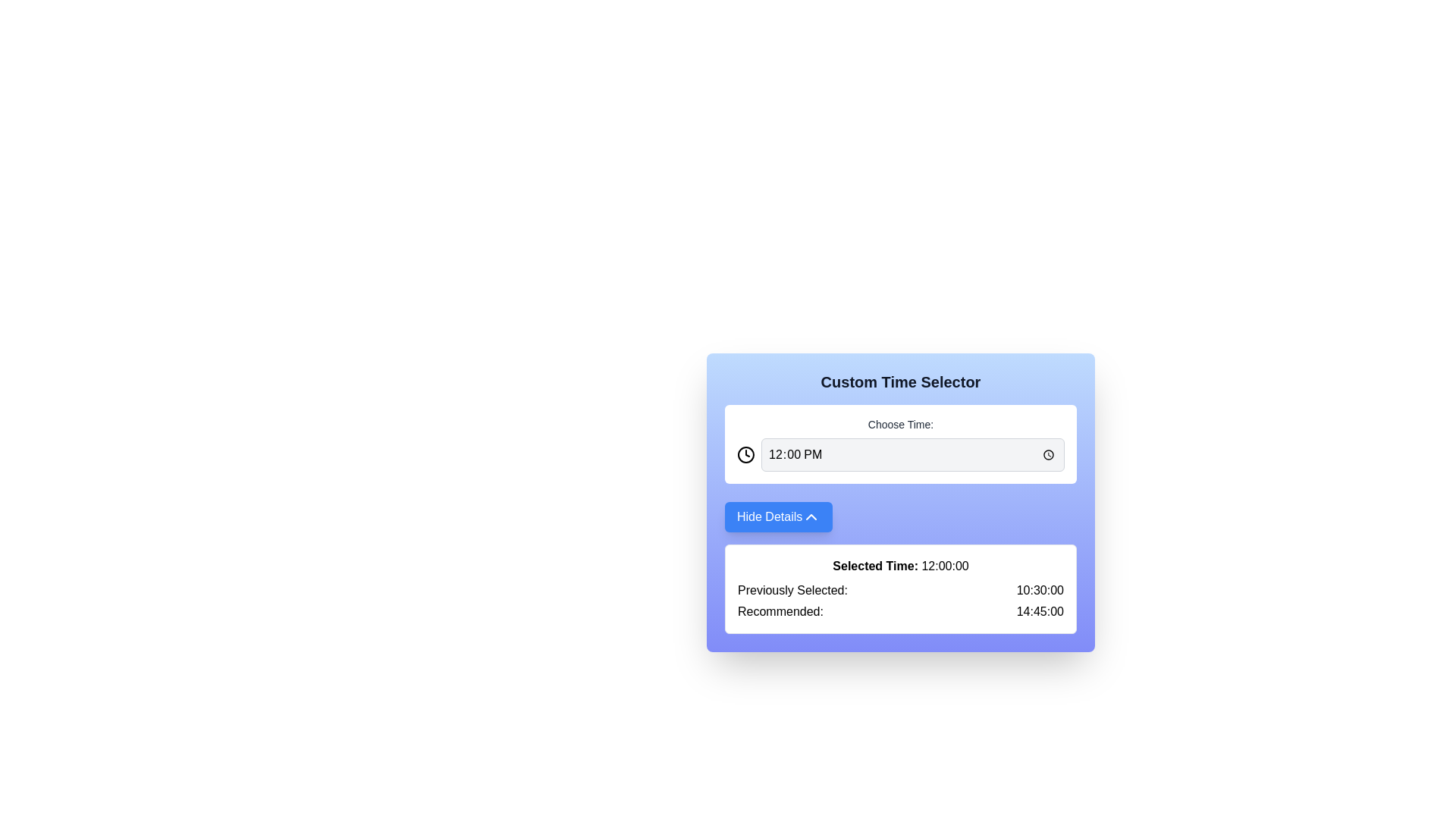 This screenshot has height=819, width=1456. Describe the element at coordinates (912, 454) in the screenshot. I see `the time field` at that location.